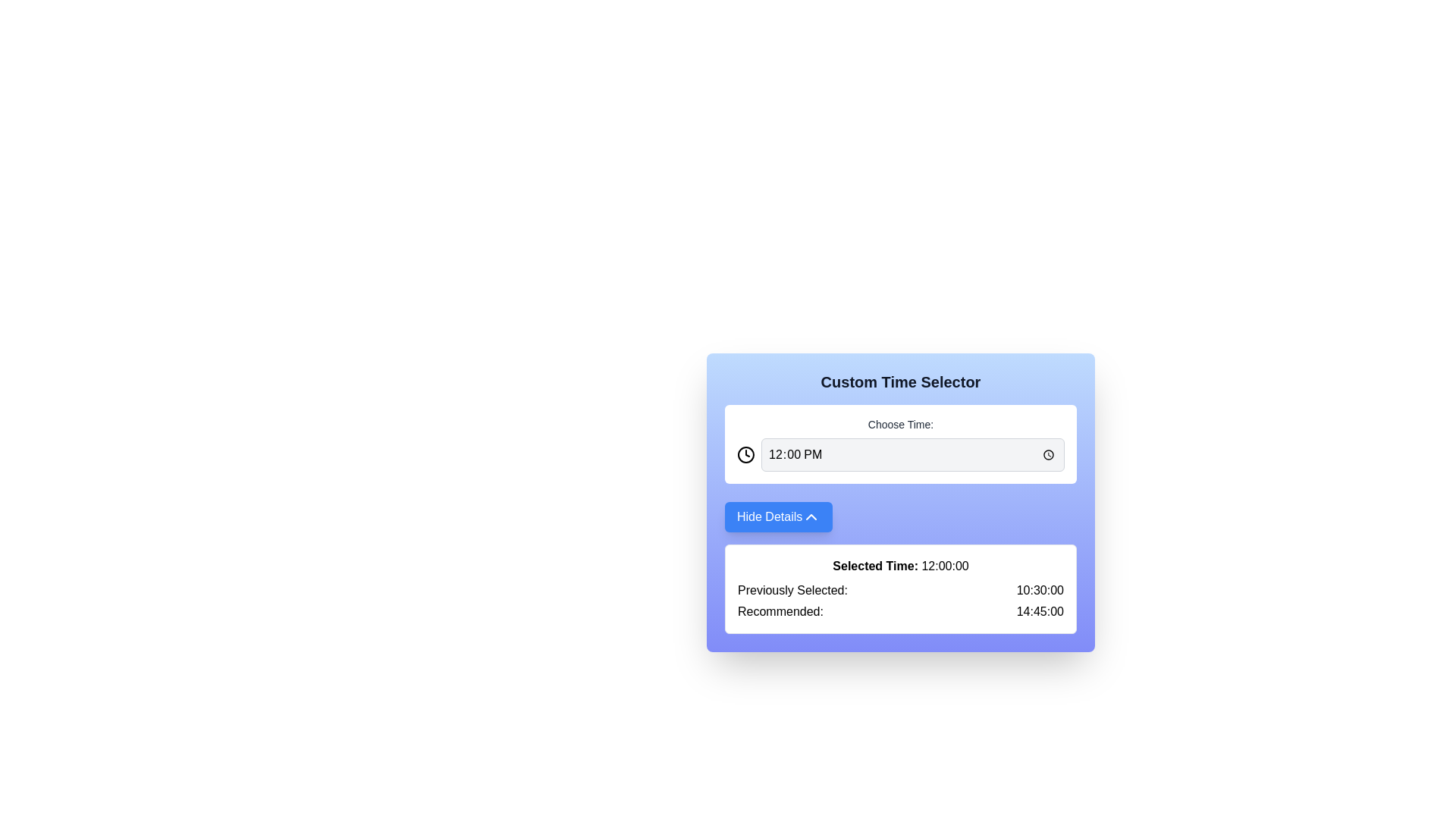 This screenshot has height=819, width=1456. Describe the element at coordinates (912, 454) in the screenshot. I see `the time field` at that location.